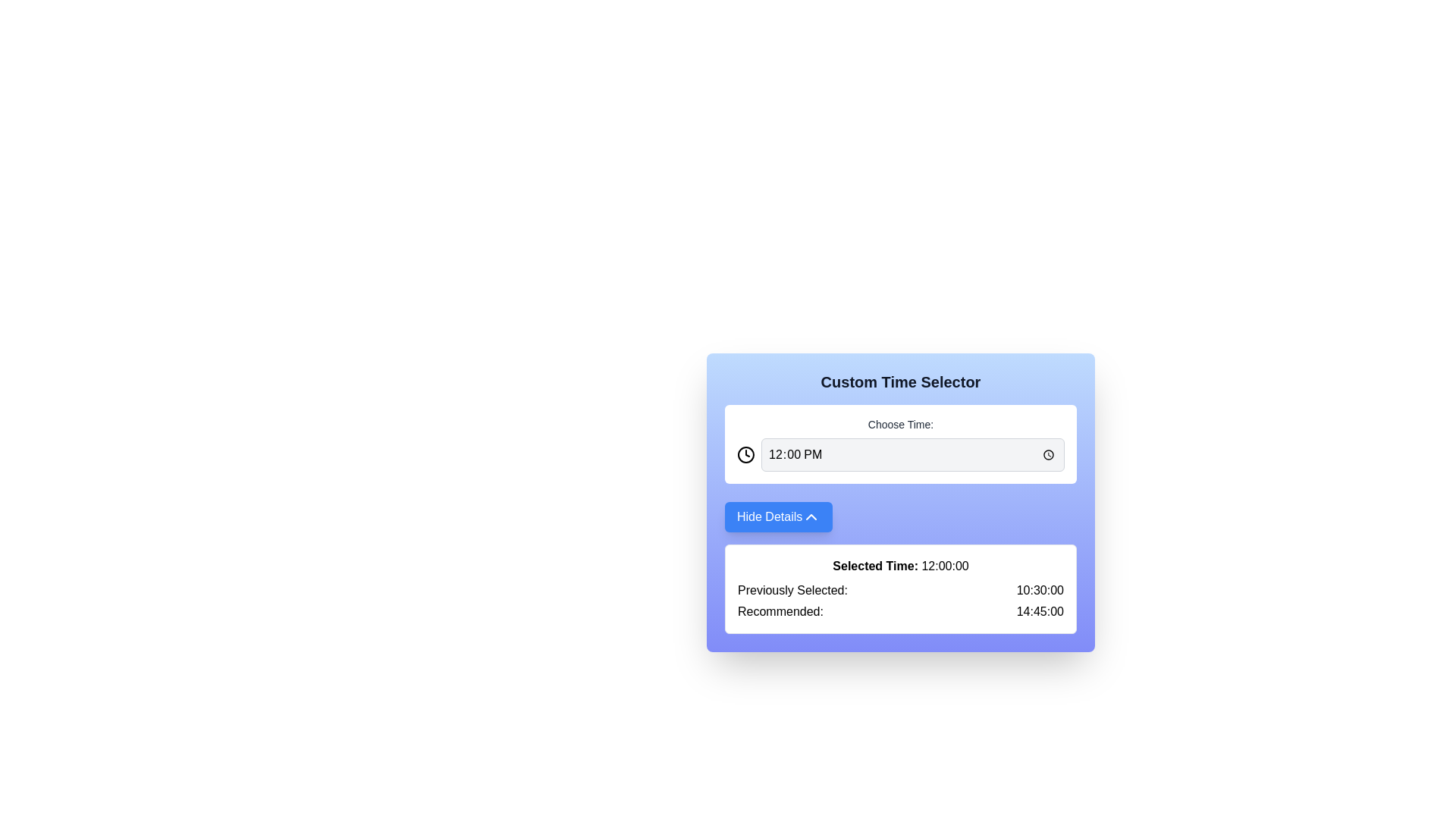 This screenshot has height=819, width=1456. Describe the element at coordinates (912, 454) in the screenshot. I see `the time field` at that location.